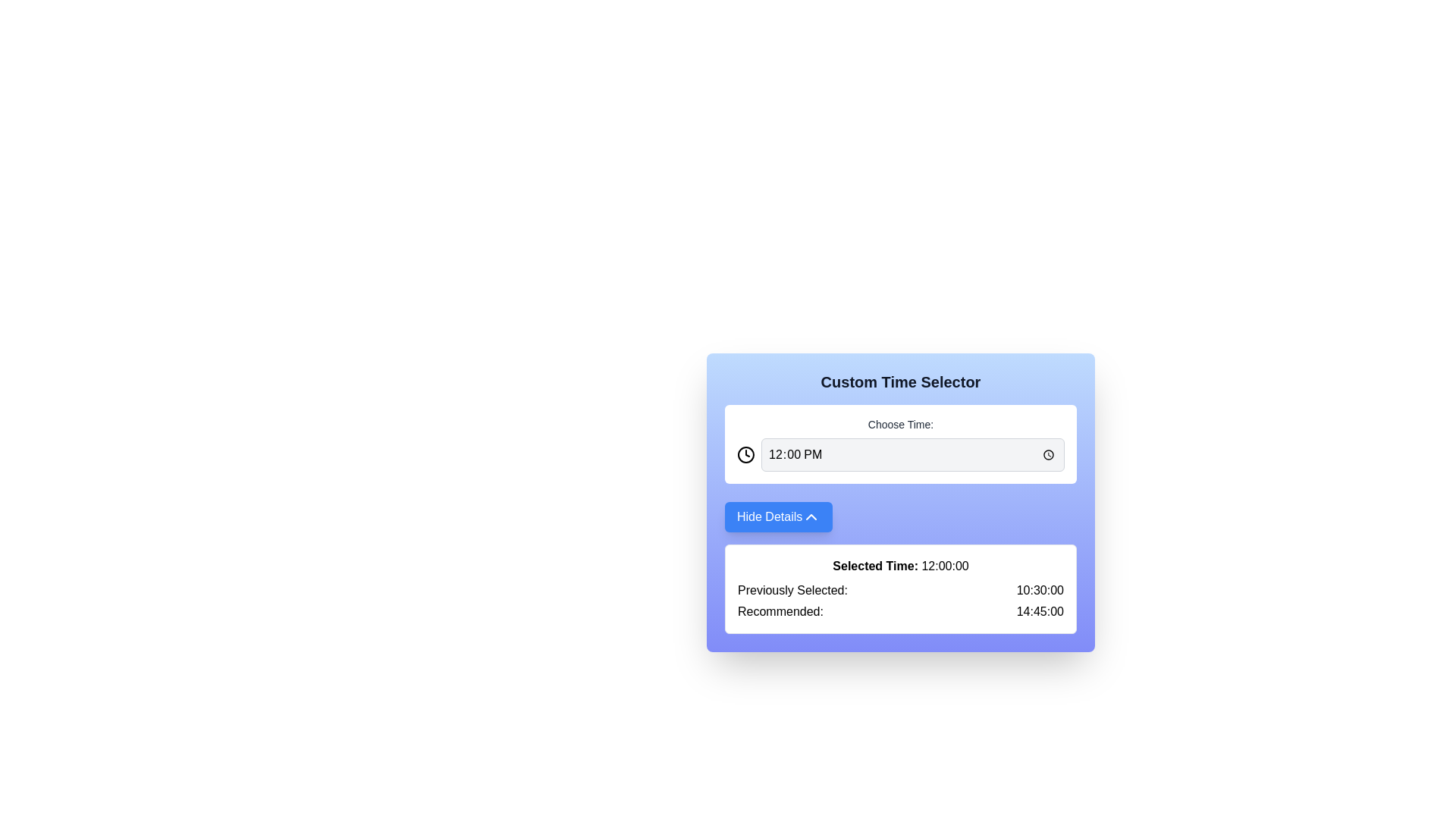 This screenshot has height=819, width=1456. Describe the element at coordinates (912, 454) in the screenshot. I see `the time field` at that location.